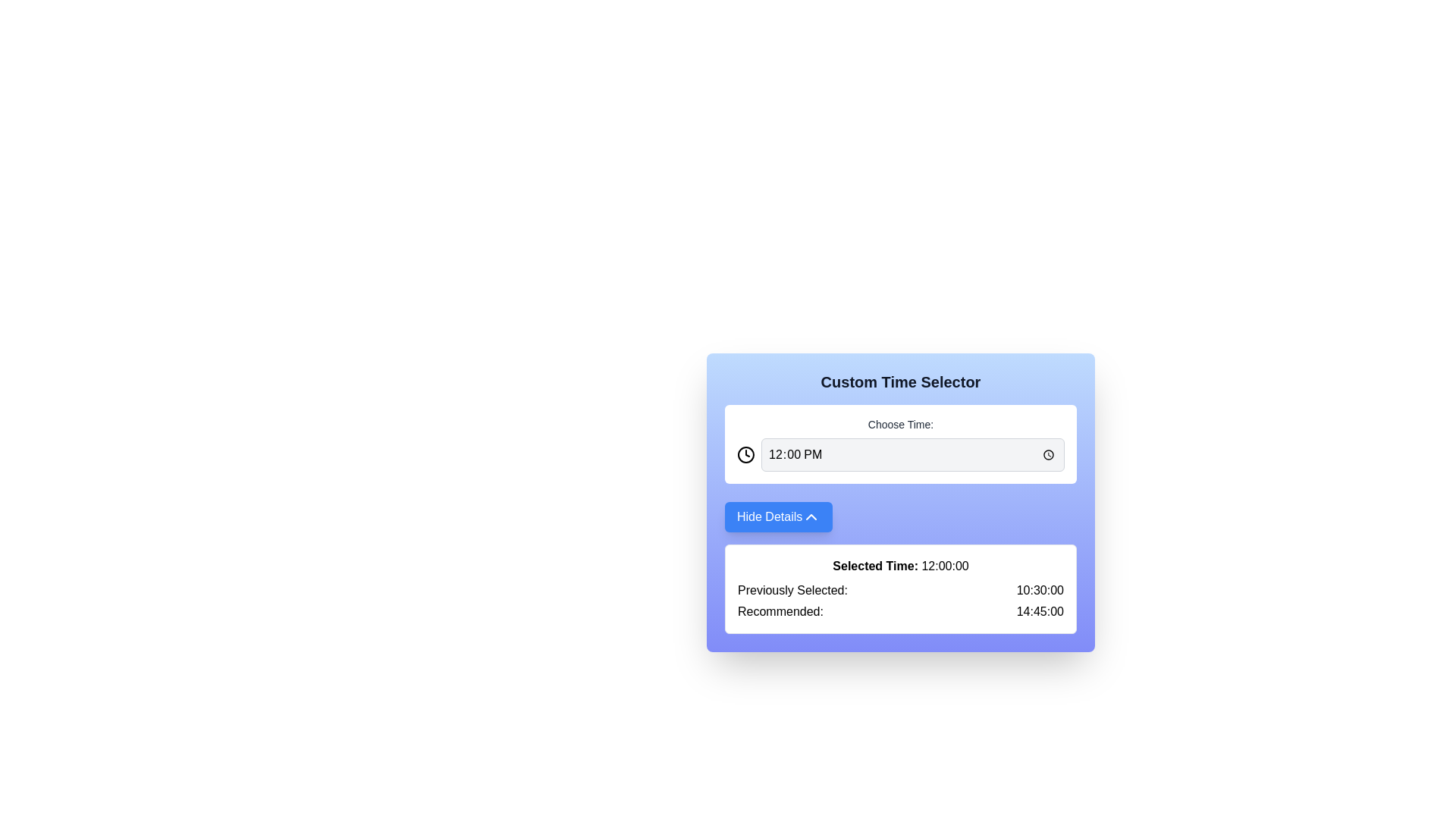 This screenshot has height=819, width=1456. Describe the element at coordinates (912, 454) in the screenshot. I see `the time field` at that location.